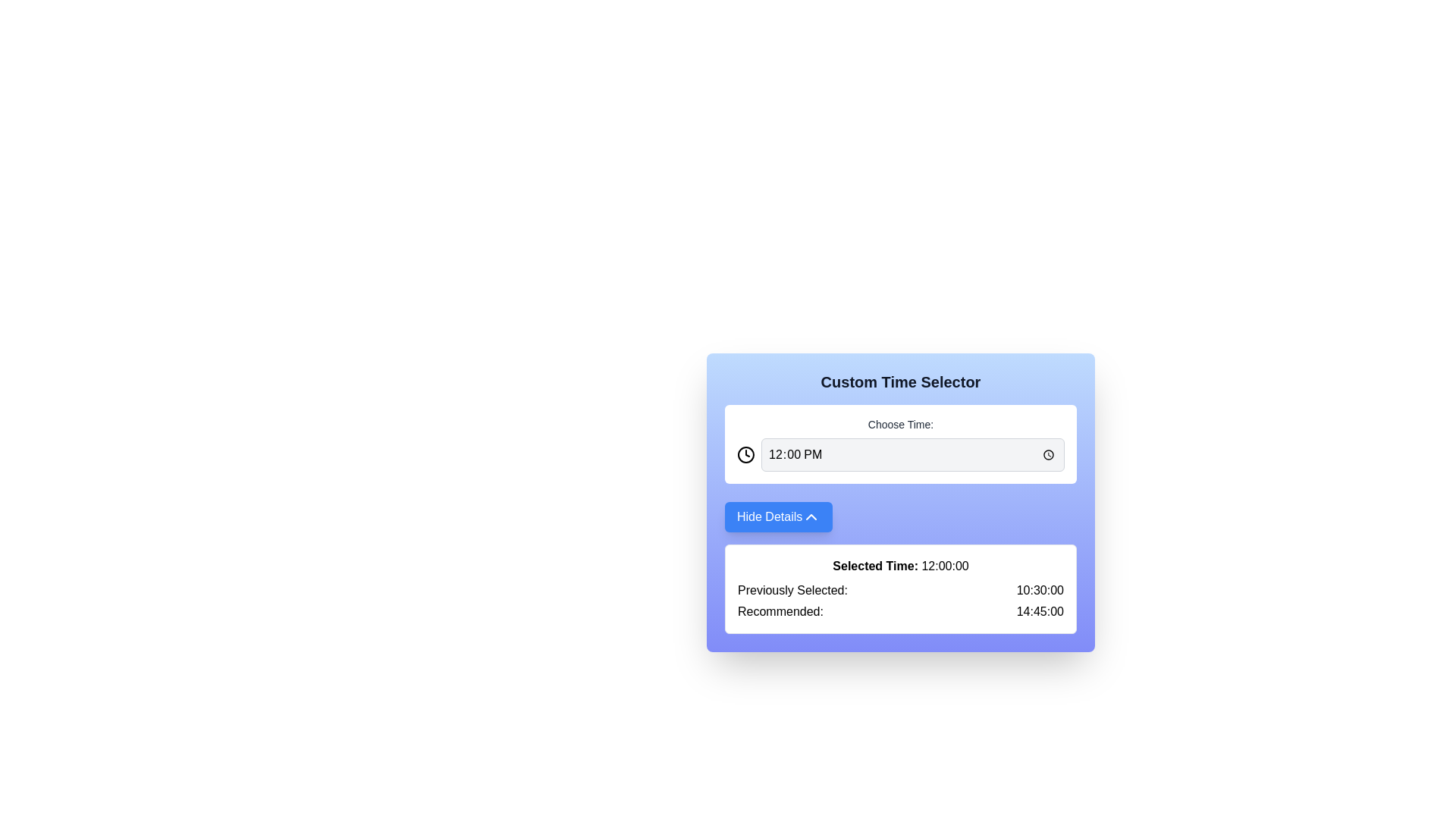 This screenshot has height=819, width=1456. Describe the element at coordinates (912, 454) in the screenshot. I see `the time field` at that location.